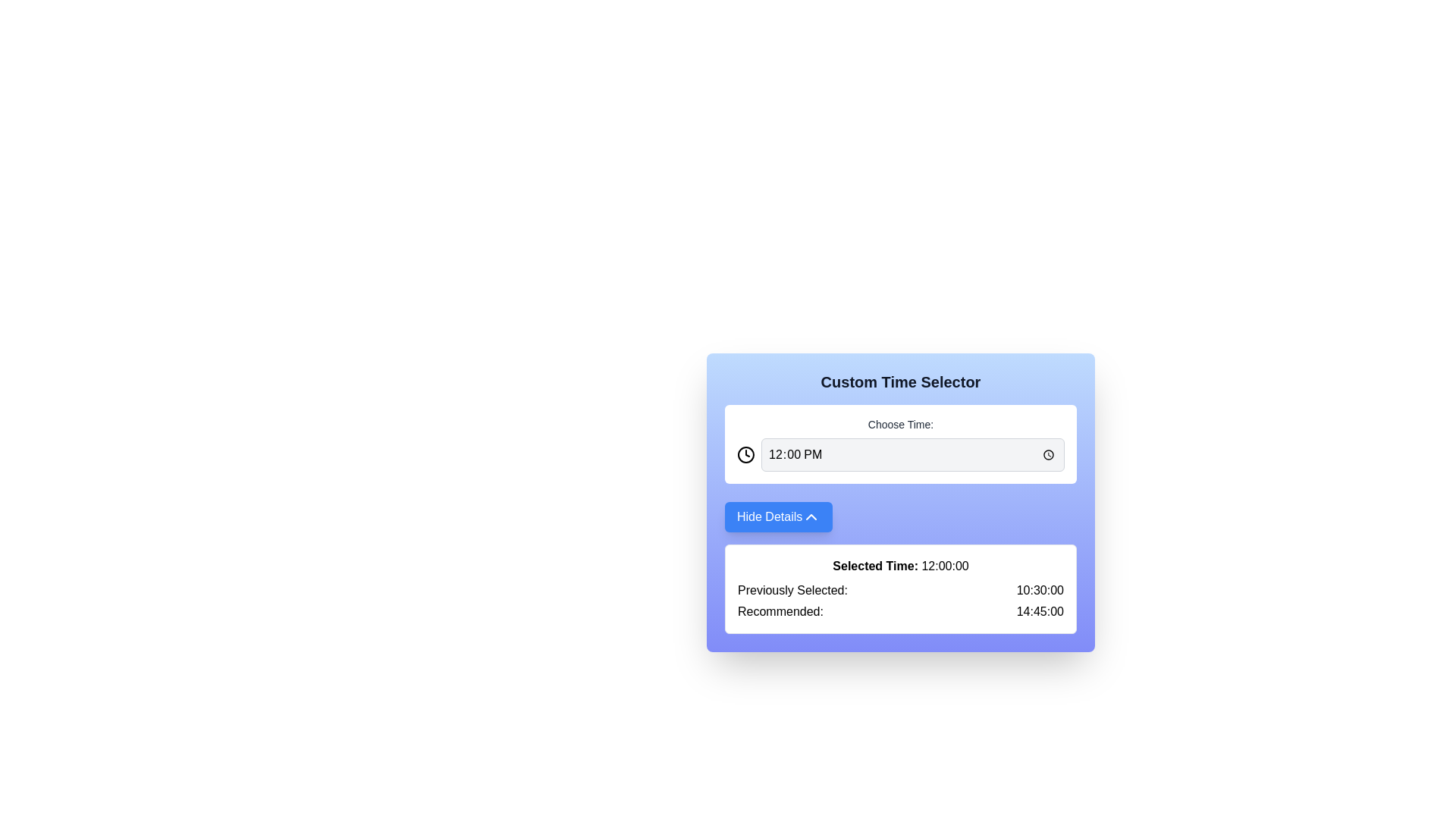 This screenshot has height=819, width=1456. Describe the element at coordinates (912, 454) in the screenshot. I see `the time field` at that location.